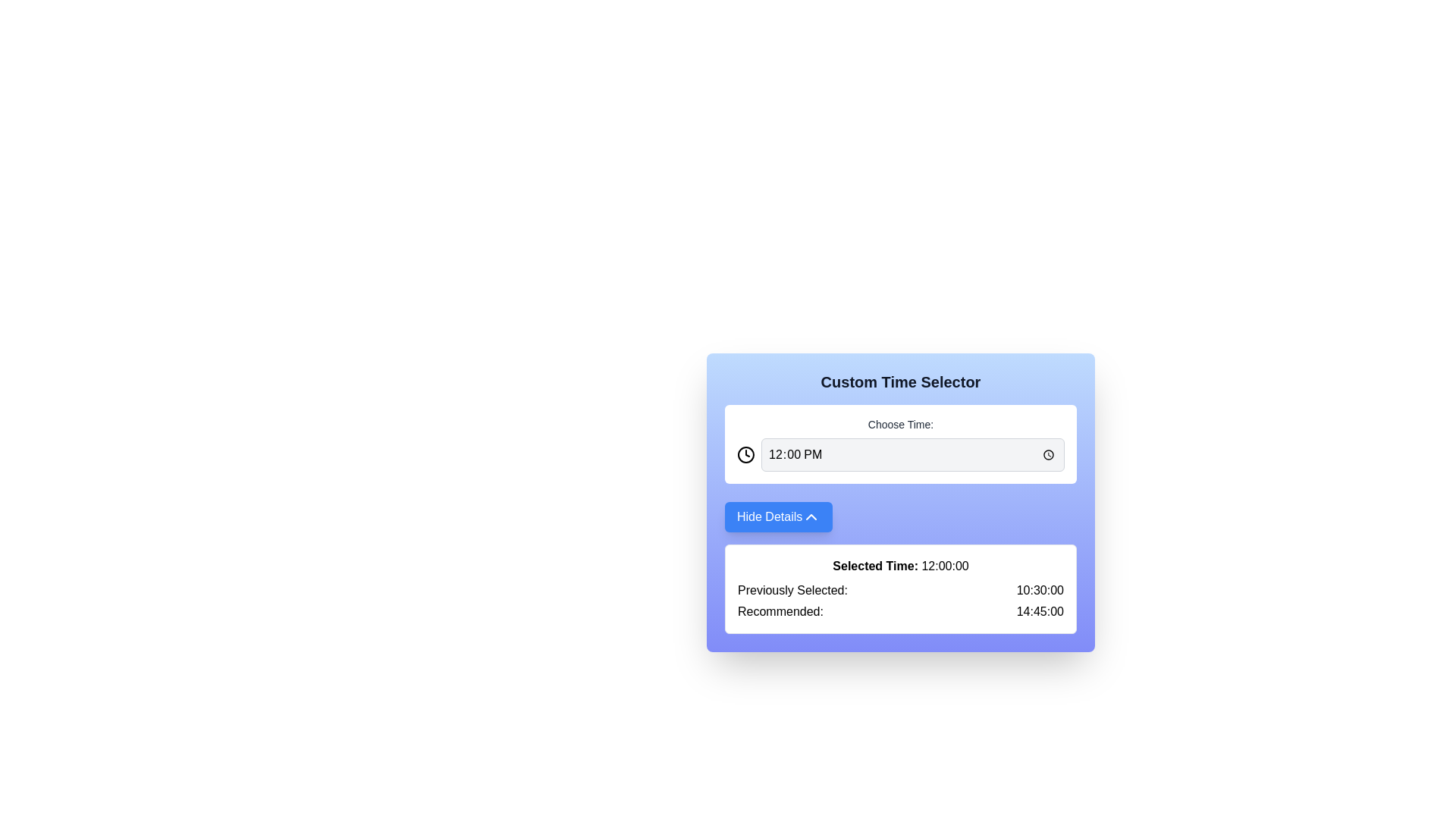 This screenshot has height=819, width=1456. Describe the element at coordinates (912, 454) in the screenshot. I see `the time field` at that location.